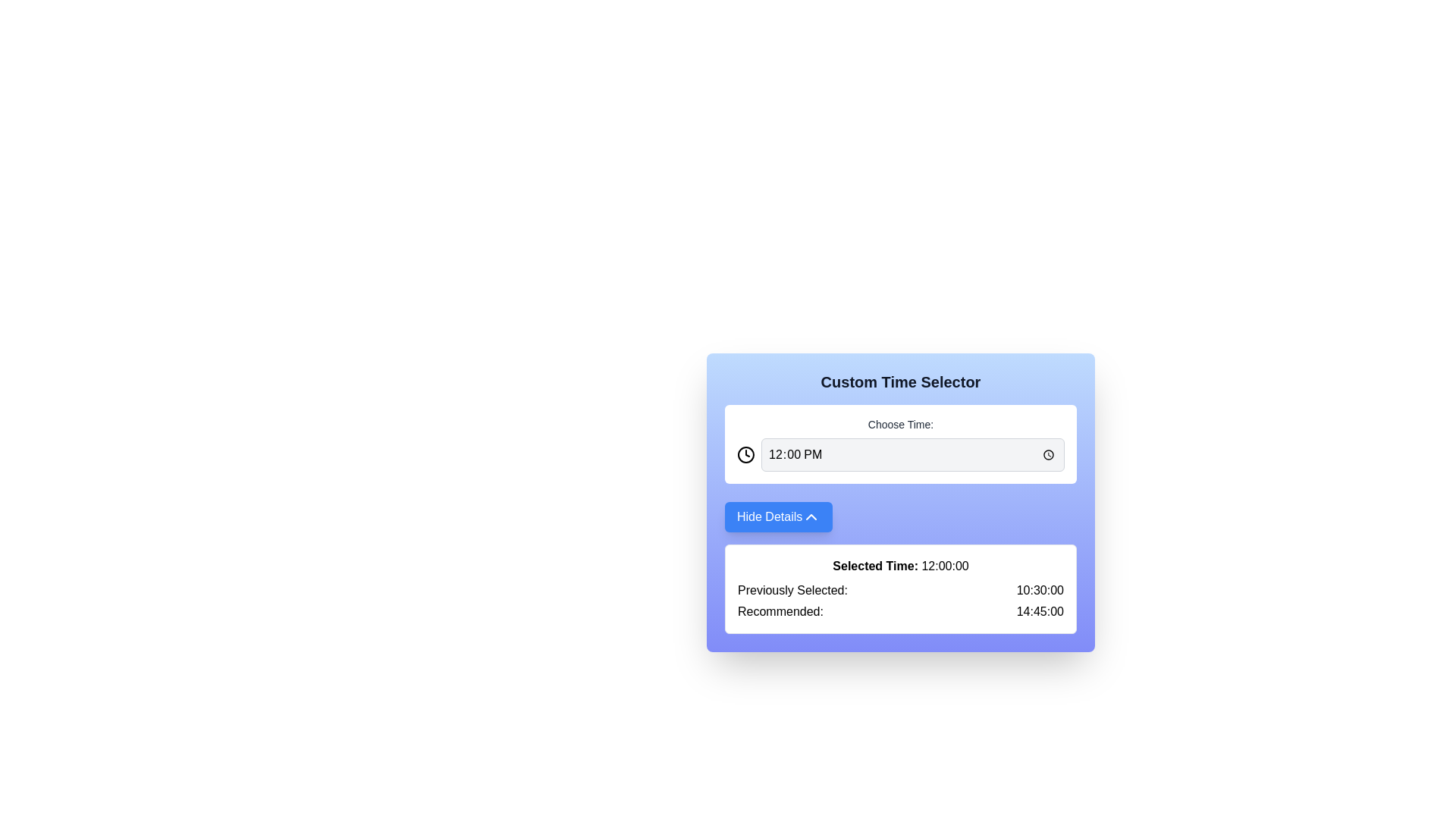 This screenshot has height=819, width=1456. Describe the element at coordinates (912, 454) in the screenshot. I see `the time field` at that location.